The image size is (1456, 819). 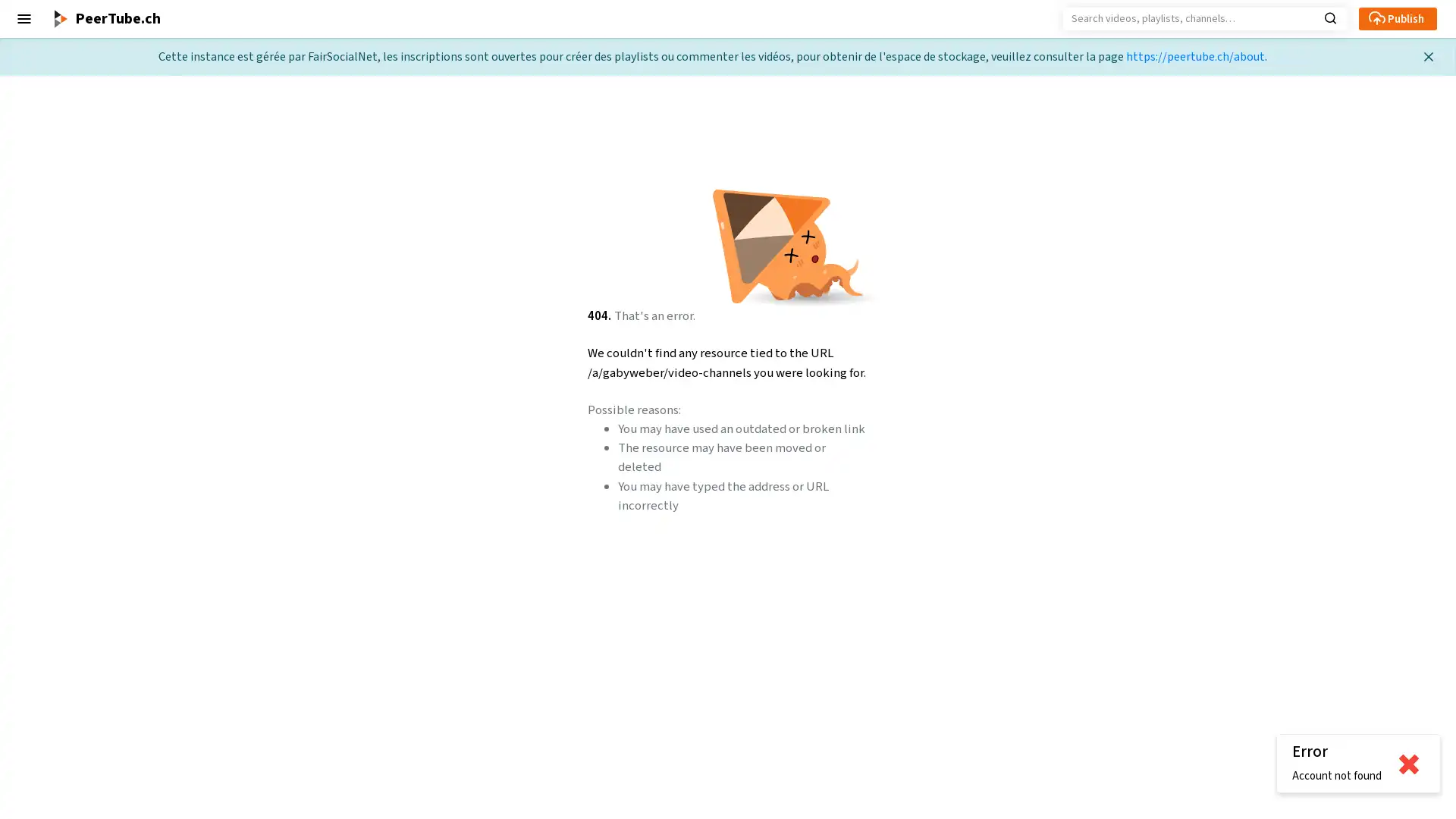 What do you see at coordinates (1329, 17) in the screenshot?
I see `Search` at bounding box center [1329, 17].